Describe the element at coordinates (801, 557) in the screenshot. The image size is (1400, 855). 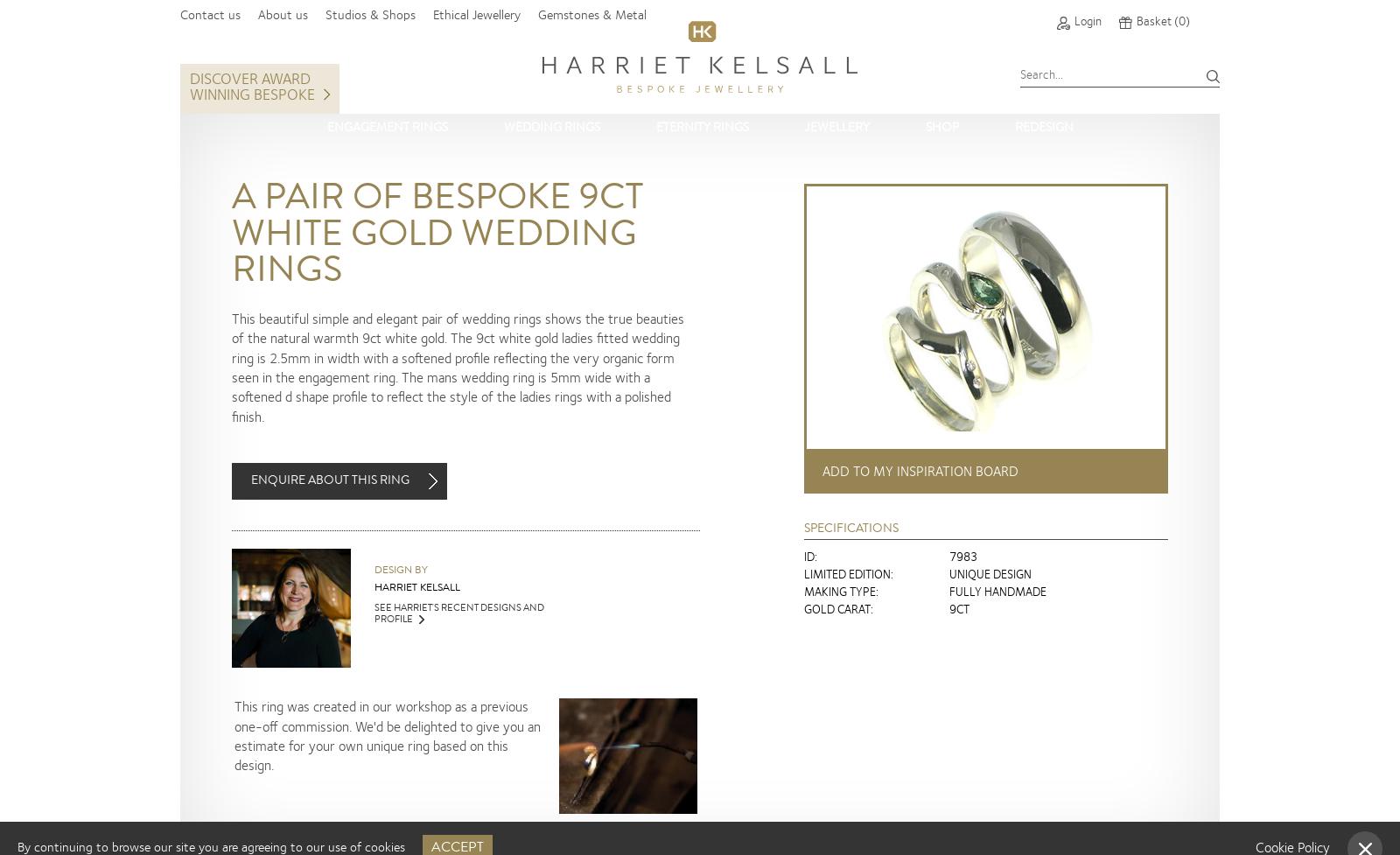
I see `'ID:'` at that location.